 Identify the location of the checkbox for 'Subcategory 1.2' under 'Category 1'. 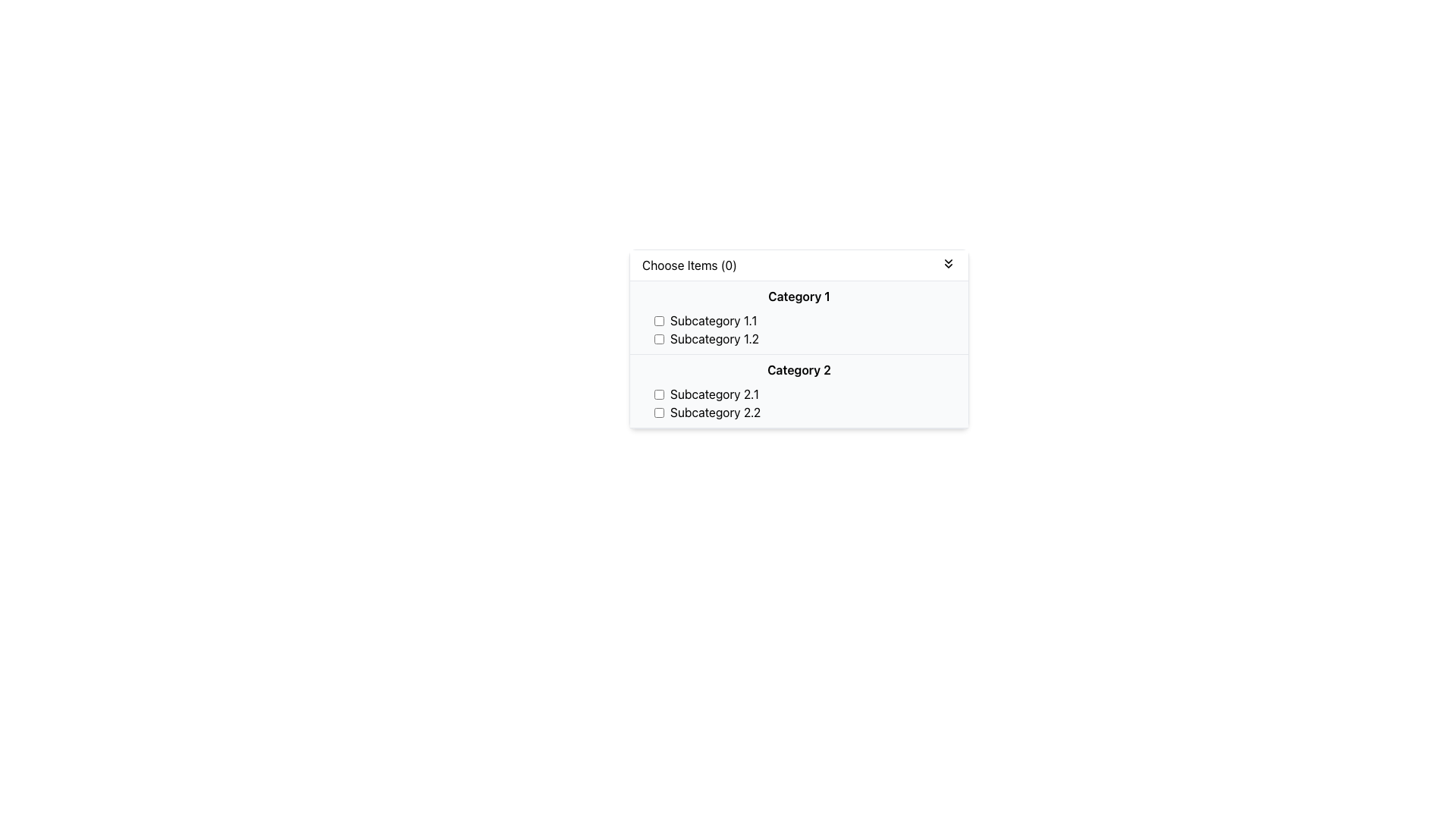
(659, 338).